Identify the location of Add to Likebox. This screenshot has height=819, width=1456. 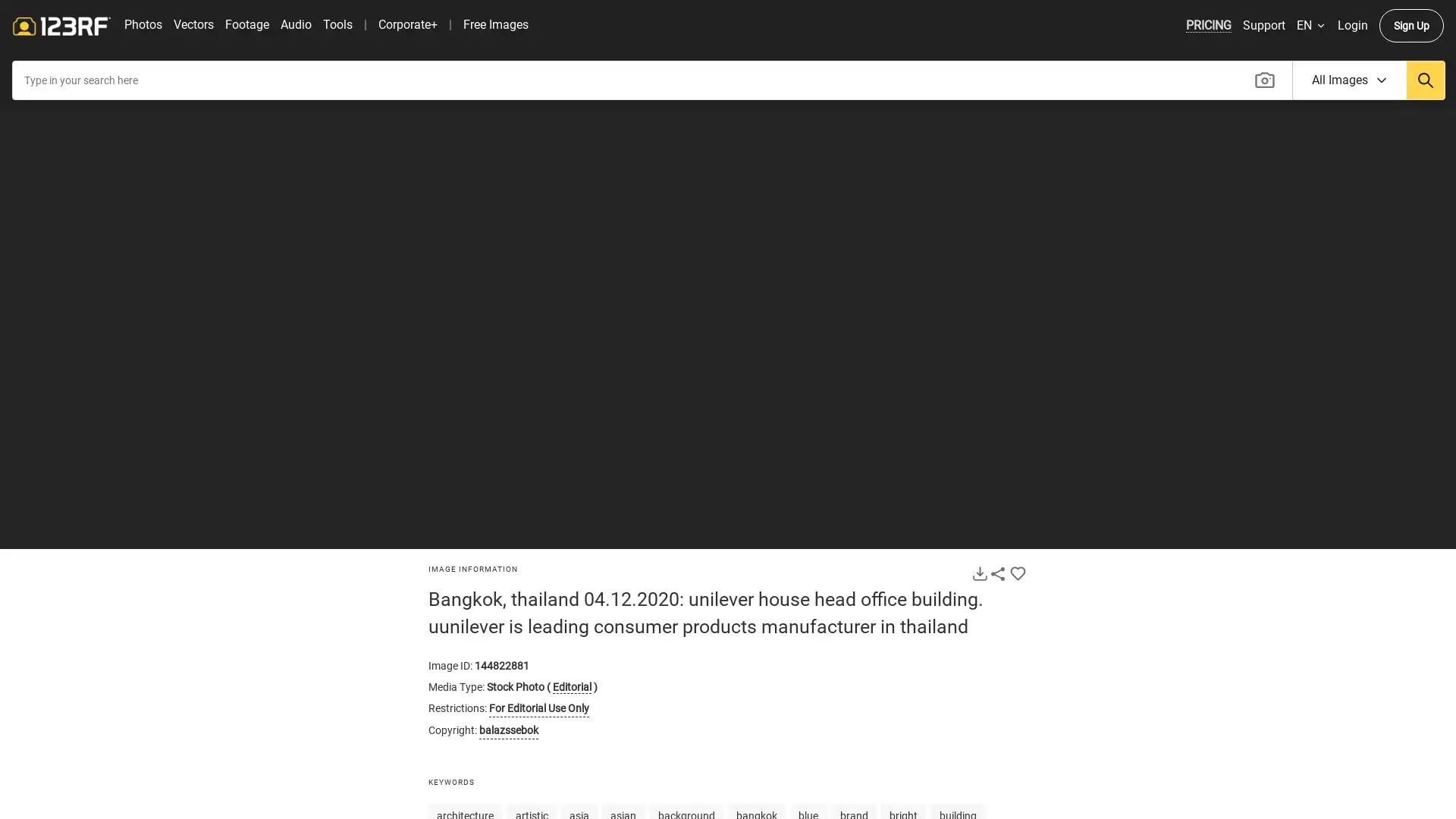
(1018, 626).